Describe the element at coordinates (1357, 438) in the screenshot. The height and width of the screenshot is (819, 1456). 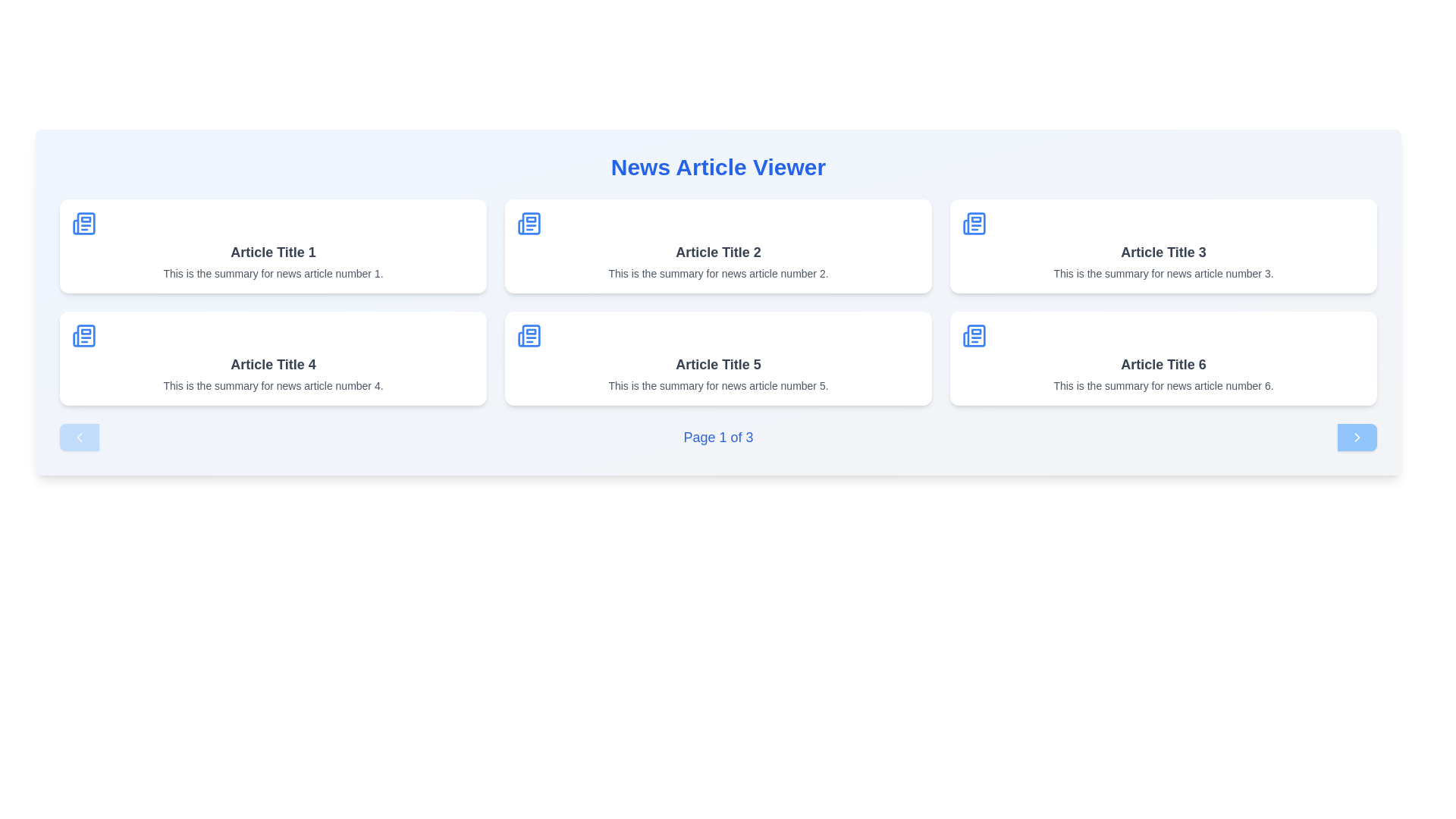
I see `the rightward-pointing chevron button with a blue background located in the bottom-right corner of the pagination component to receive visual feedback` at that location.